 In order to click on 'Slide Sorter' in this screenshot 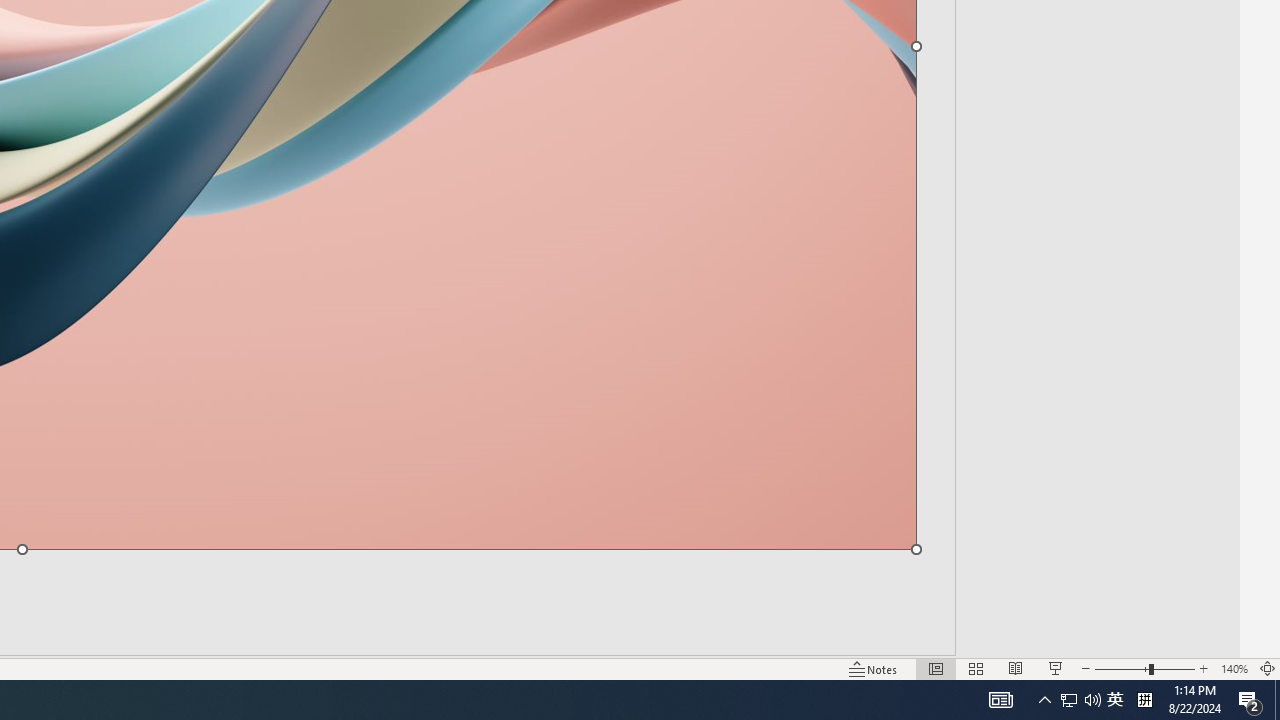, I will do `click(976, 669)`.